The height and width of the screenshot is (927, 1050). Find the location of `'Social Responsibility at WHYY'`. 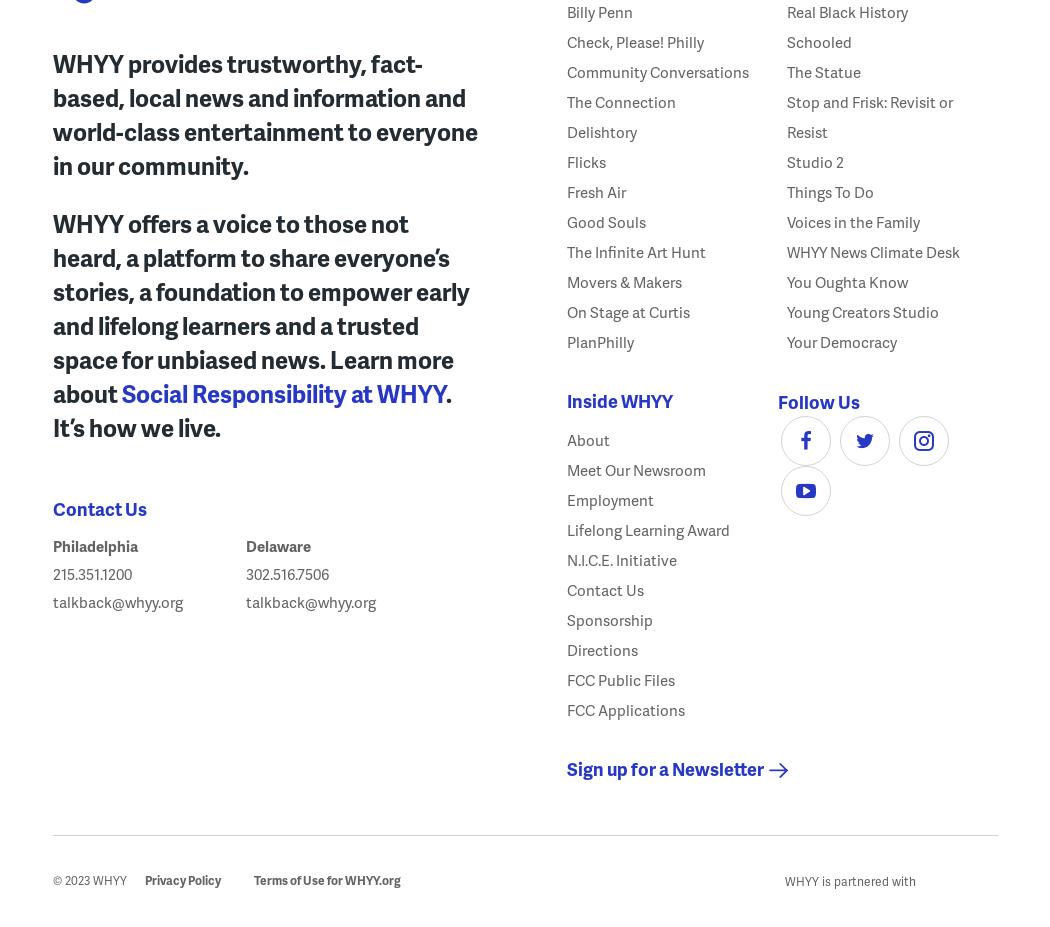

'Social Responsibility at WHYY' is located at coordinates (281, 391).